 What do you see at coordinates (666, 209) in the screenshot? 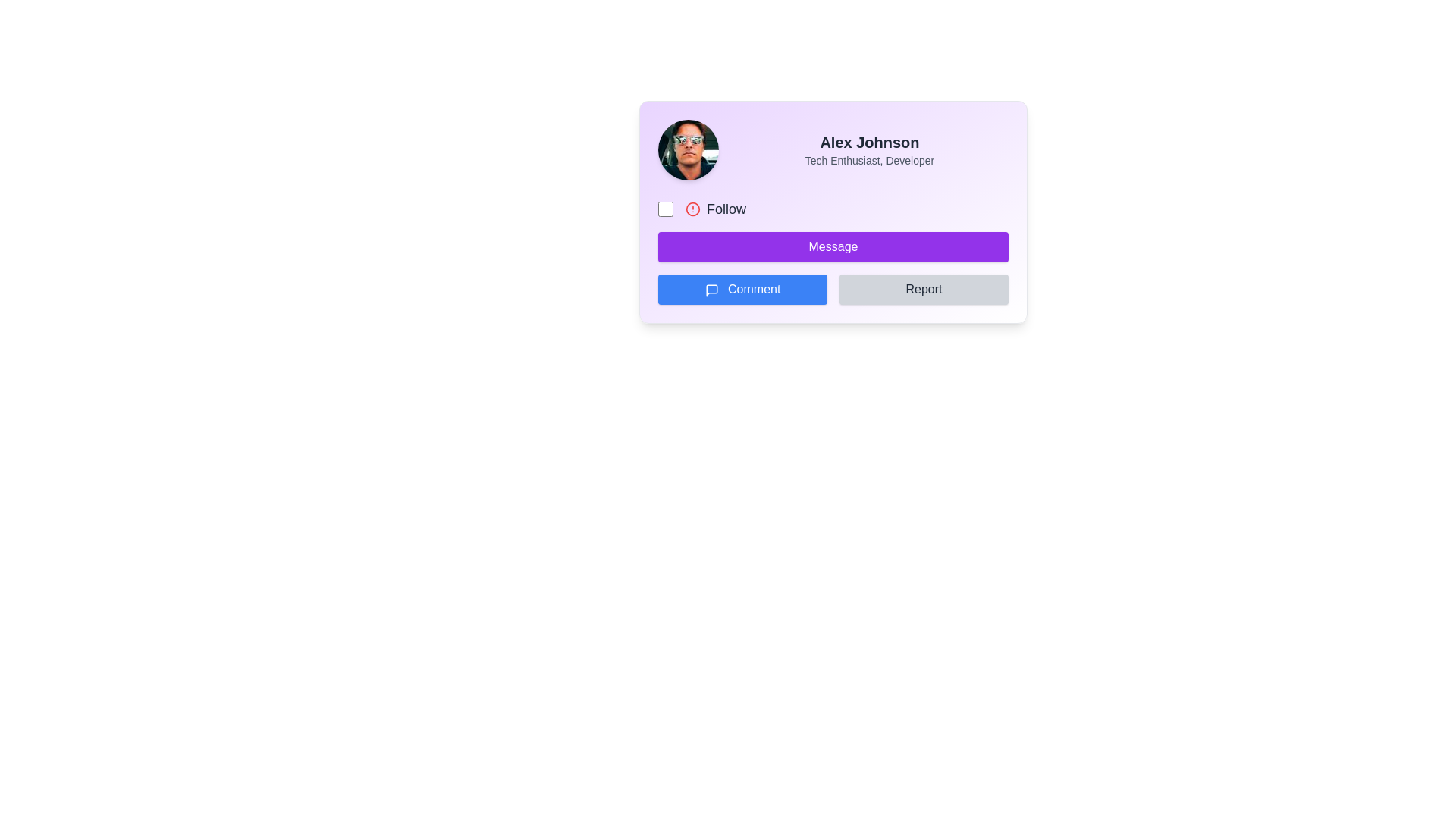
I see `the checkbox located to the left of the 'Follow' text` at bounding box center [666, 209].